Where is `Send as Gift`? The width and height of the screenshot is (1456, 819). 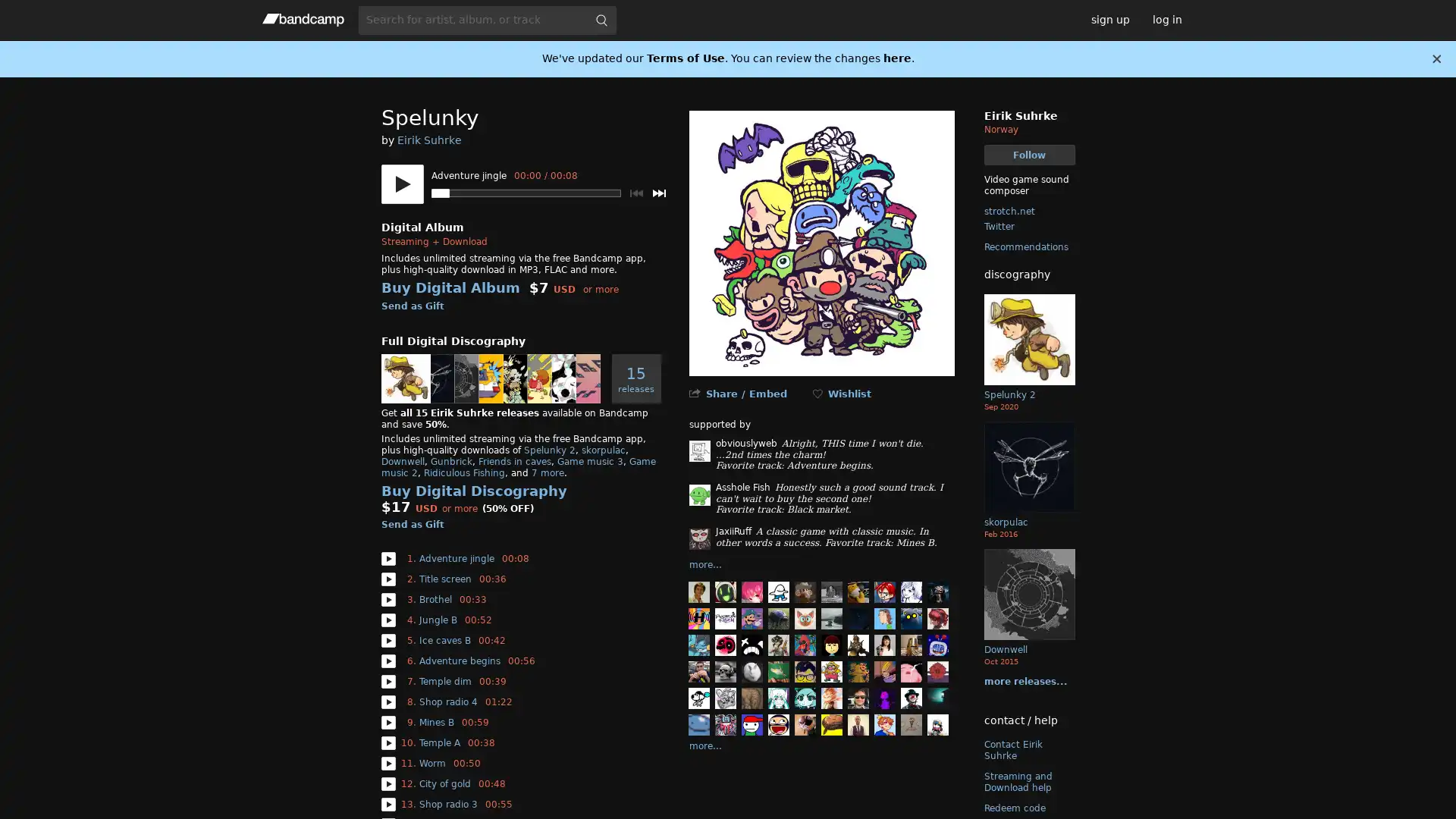 Send as Gift is located at coordinates (412, 307).